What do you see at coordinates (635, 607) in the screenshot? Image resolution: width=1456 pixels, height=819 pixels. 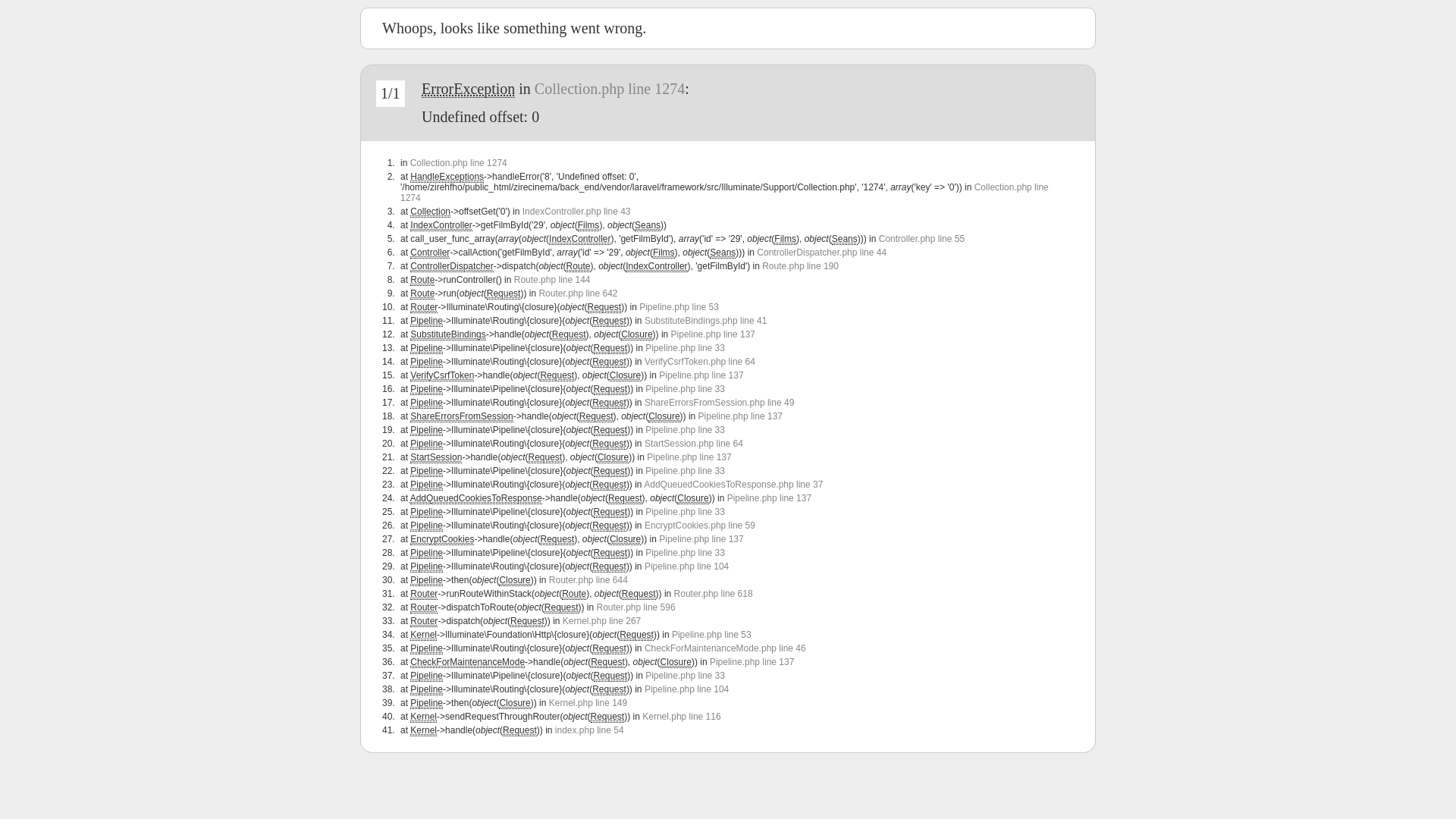 I see `'Router.php line 596'` at bounding box center [635, 607].